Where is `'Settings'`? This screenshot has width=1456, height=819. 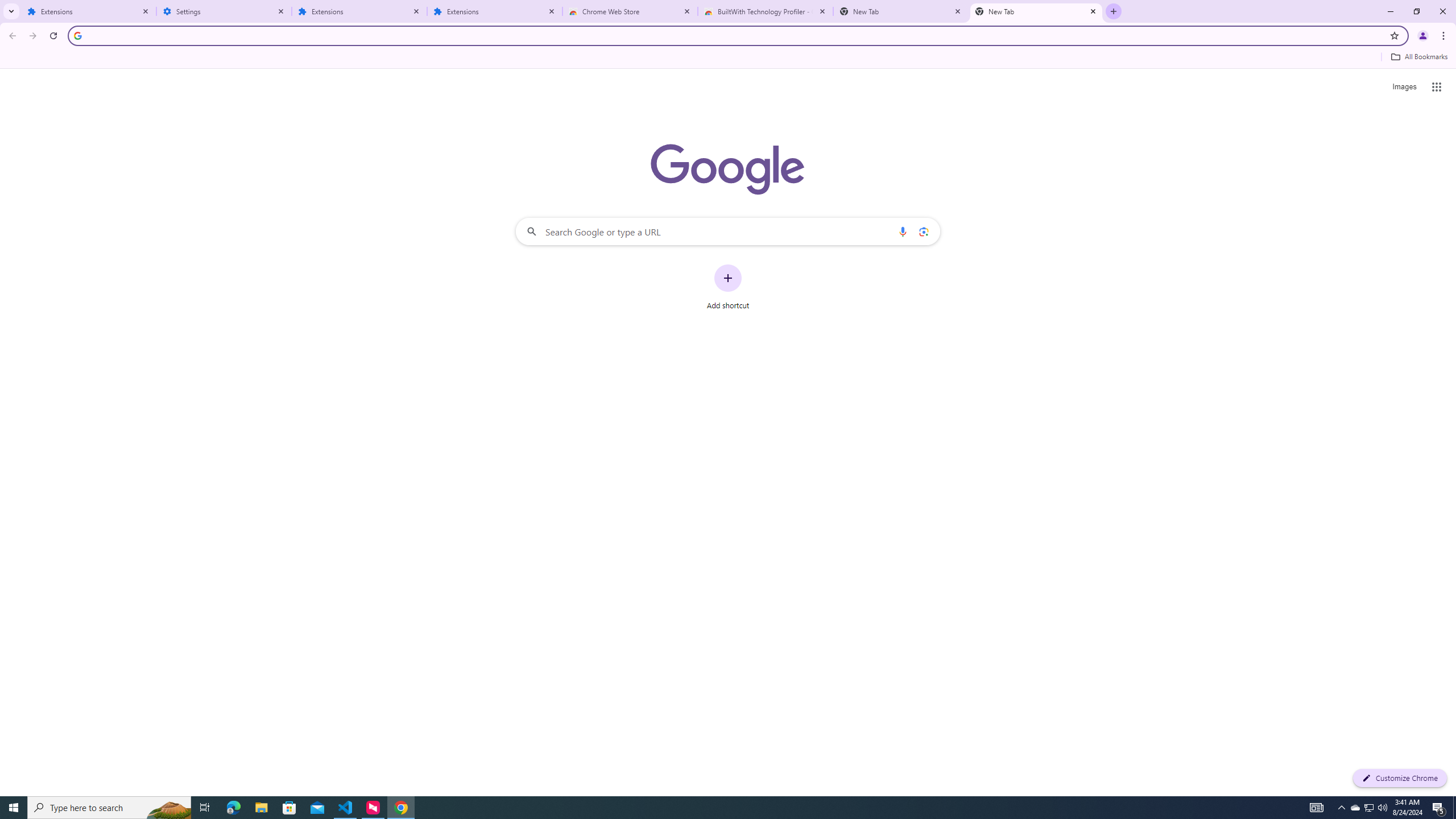
'Settings' is located at coordinates (224, 11).